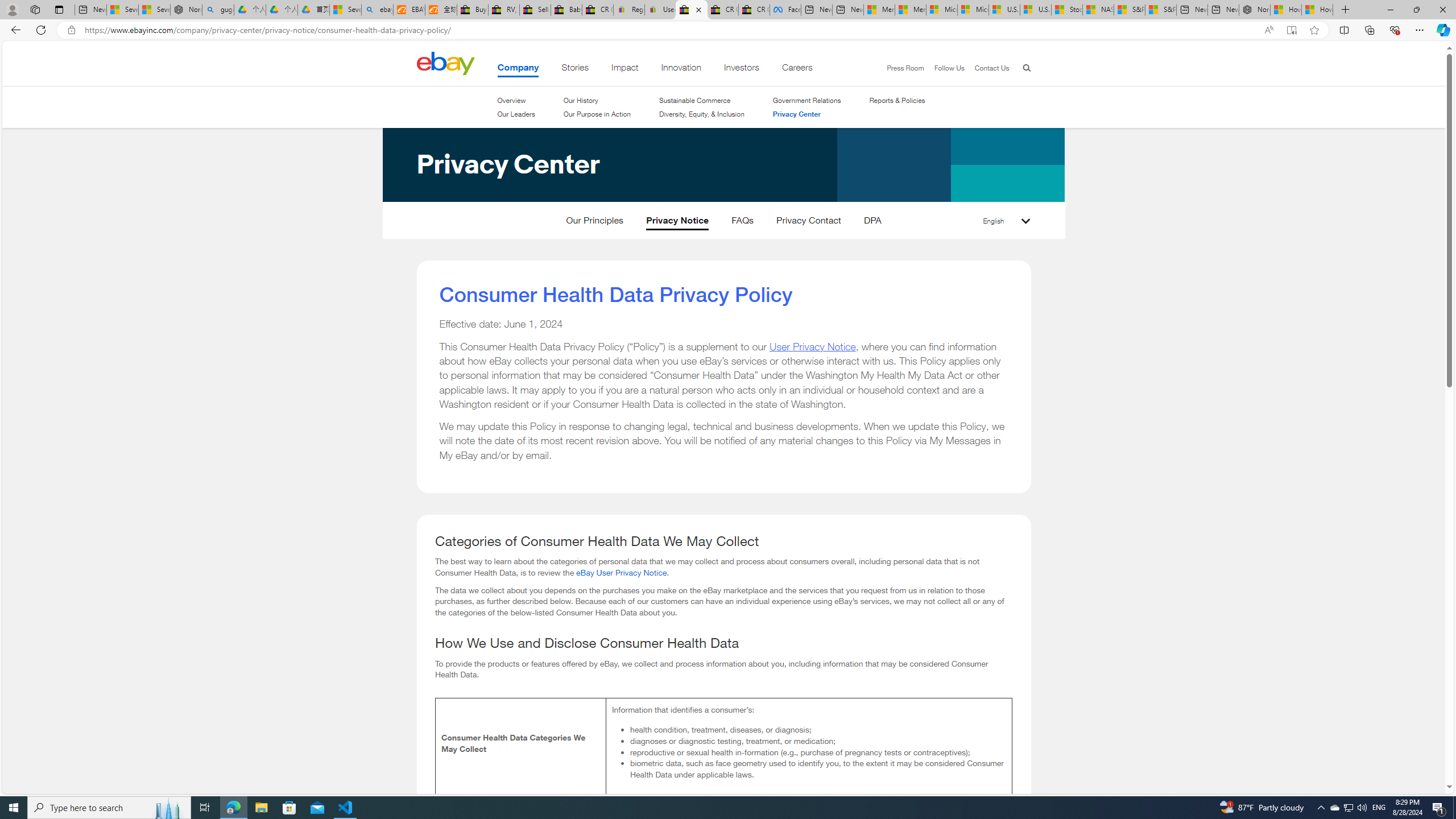 This screenshot has height=819, width=1456. I want to click on 'Reports & Policies', so click(897, 100).